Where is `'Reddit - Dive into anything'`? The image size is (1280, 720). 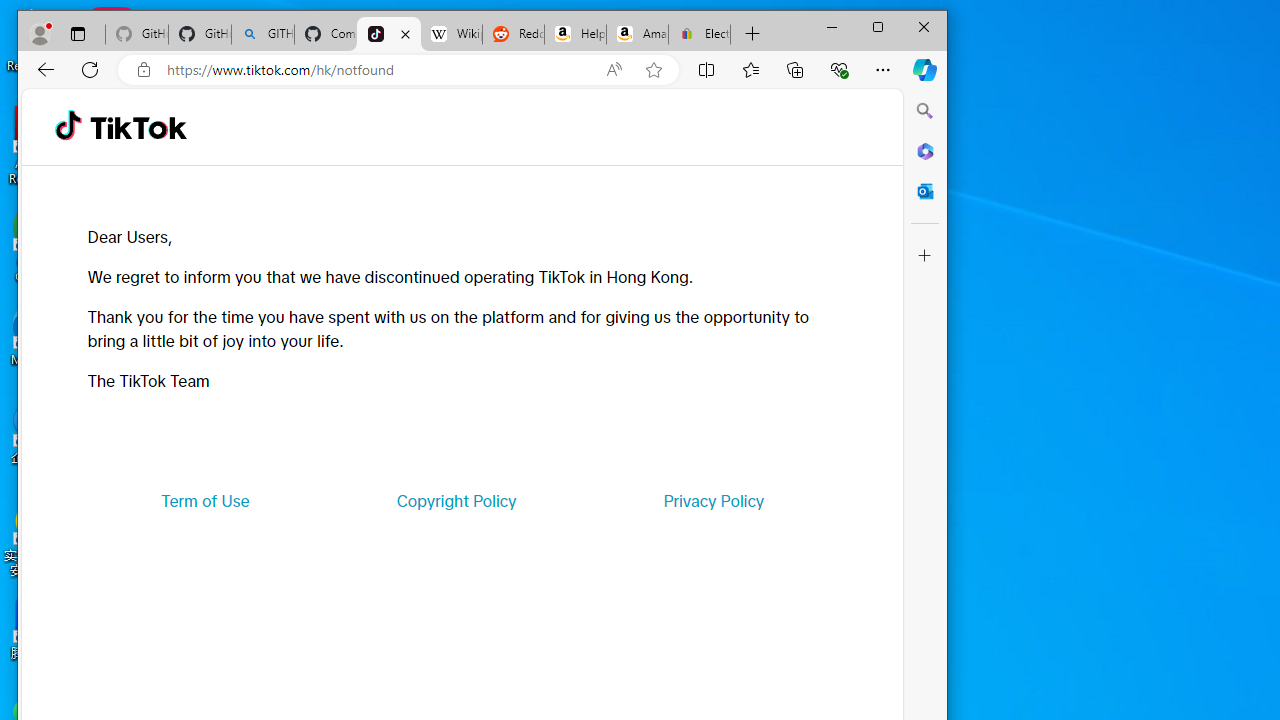 'Reddit - Dive into anything' is located at coordinates (513, 34).